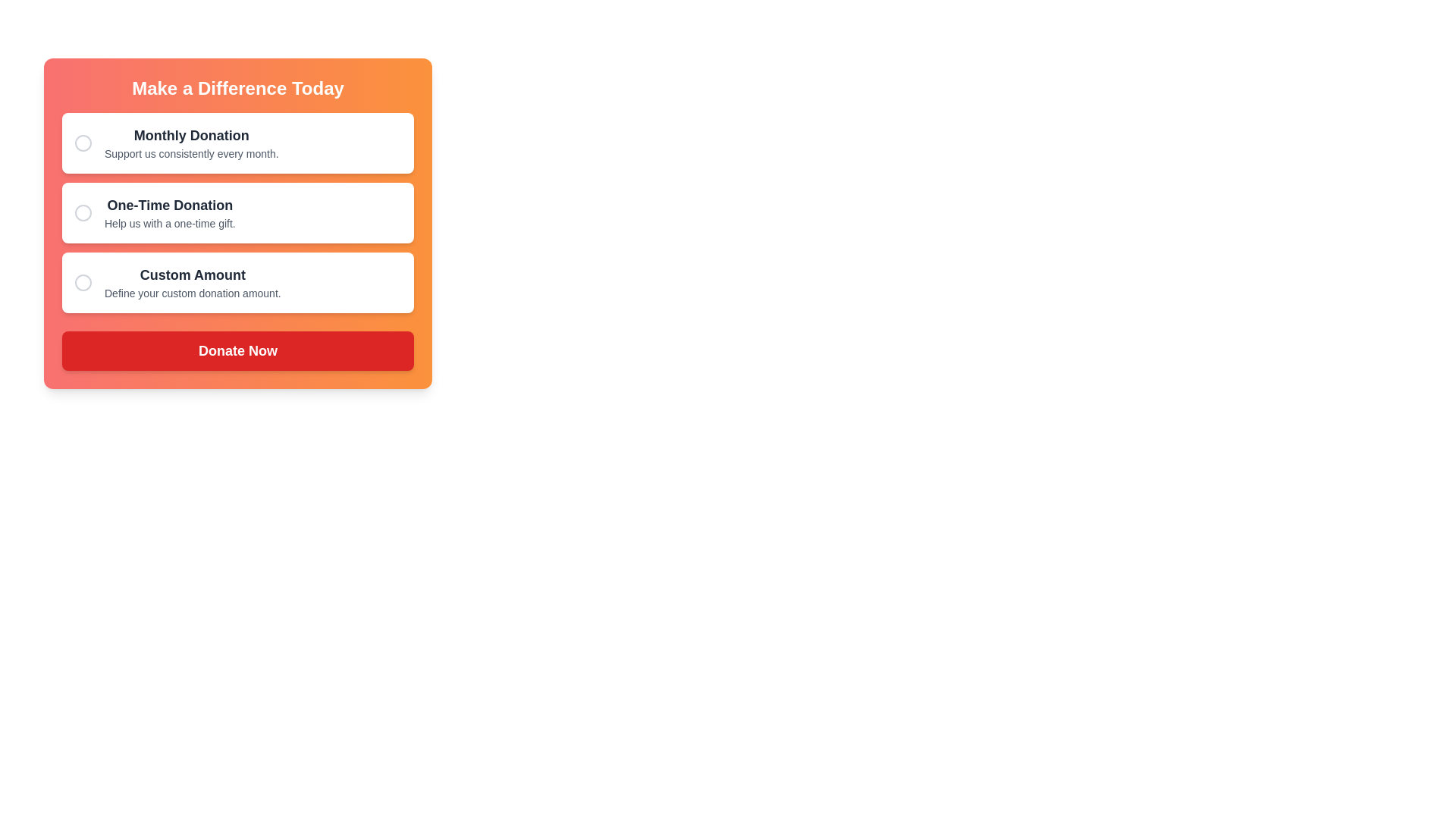 The image size is (1456, 819). What do you see at coordinates (237, 223) in the screenshot?
I see `the interactive options in the panel titled 'Make a Difference Today'` at bounding box center [237, 223].